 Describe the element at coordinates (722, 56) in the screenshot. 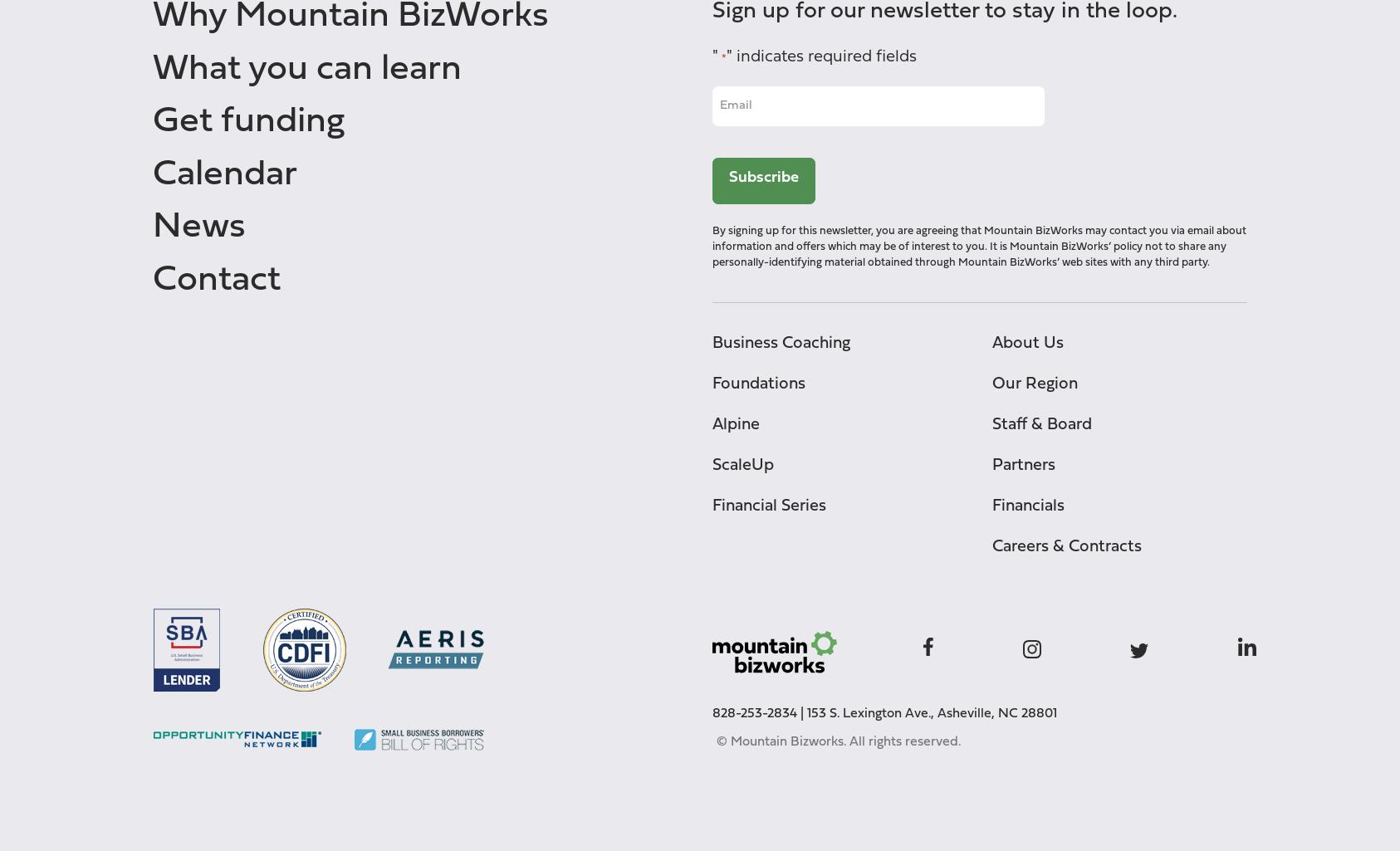

I see `'*'` at that location.